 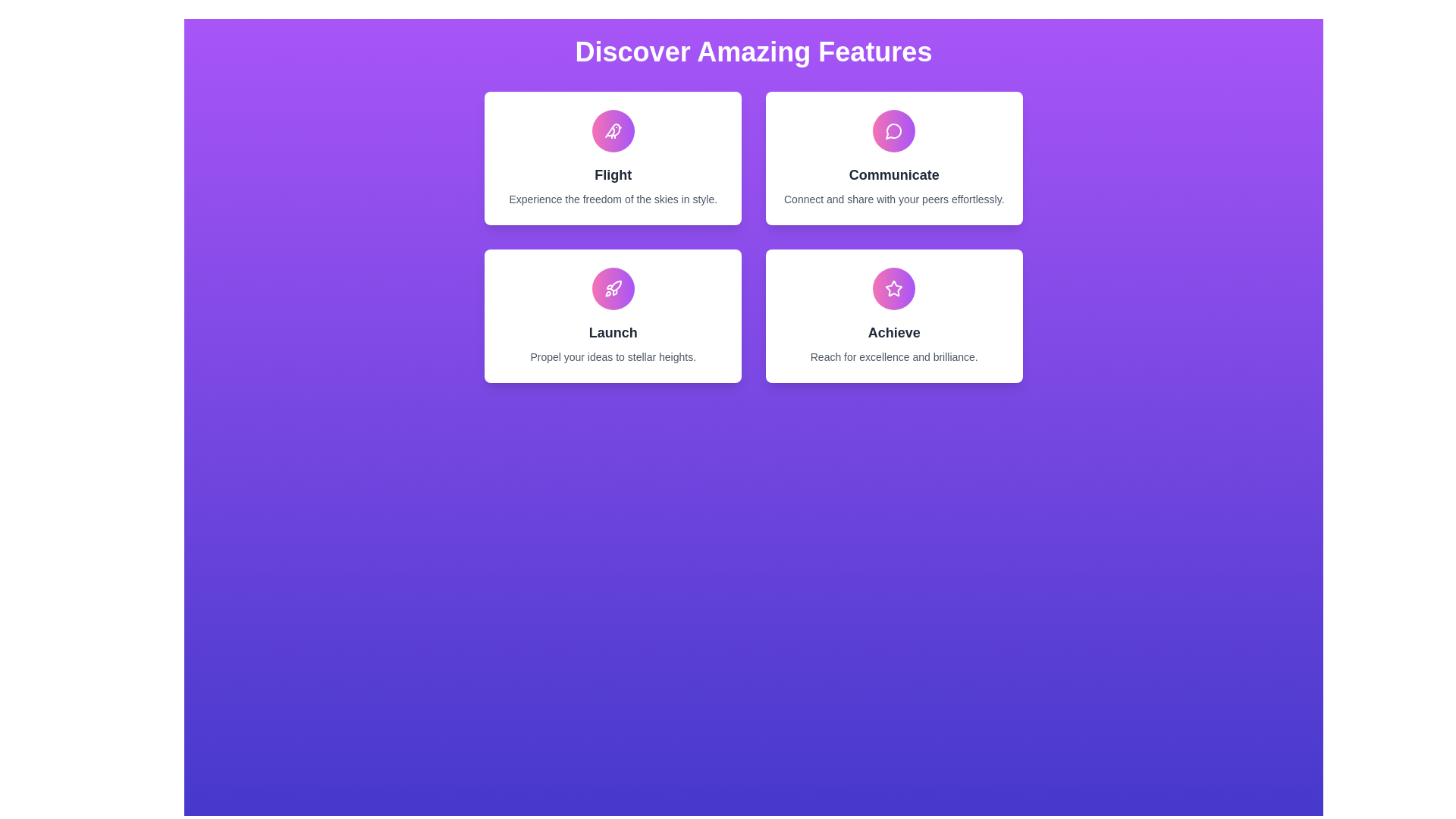 I want to click on the SVG icon representing a rocket, which is styled with a pink gradient background and located within the 'Flight' card in the top-left of a 2x2 grid layout, so click(x=613, y=289).